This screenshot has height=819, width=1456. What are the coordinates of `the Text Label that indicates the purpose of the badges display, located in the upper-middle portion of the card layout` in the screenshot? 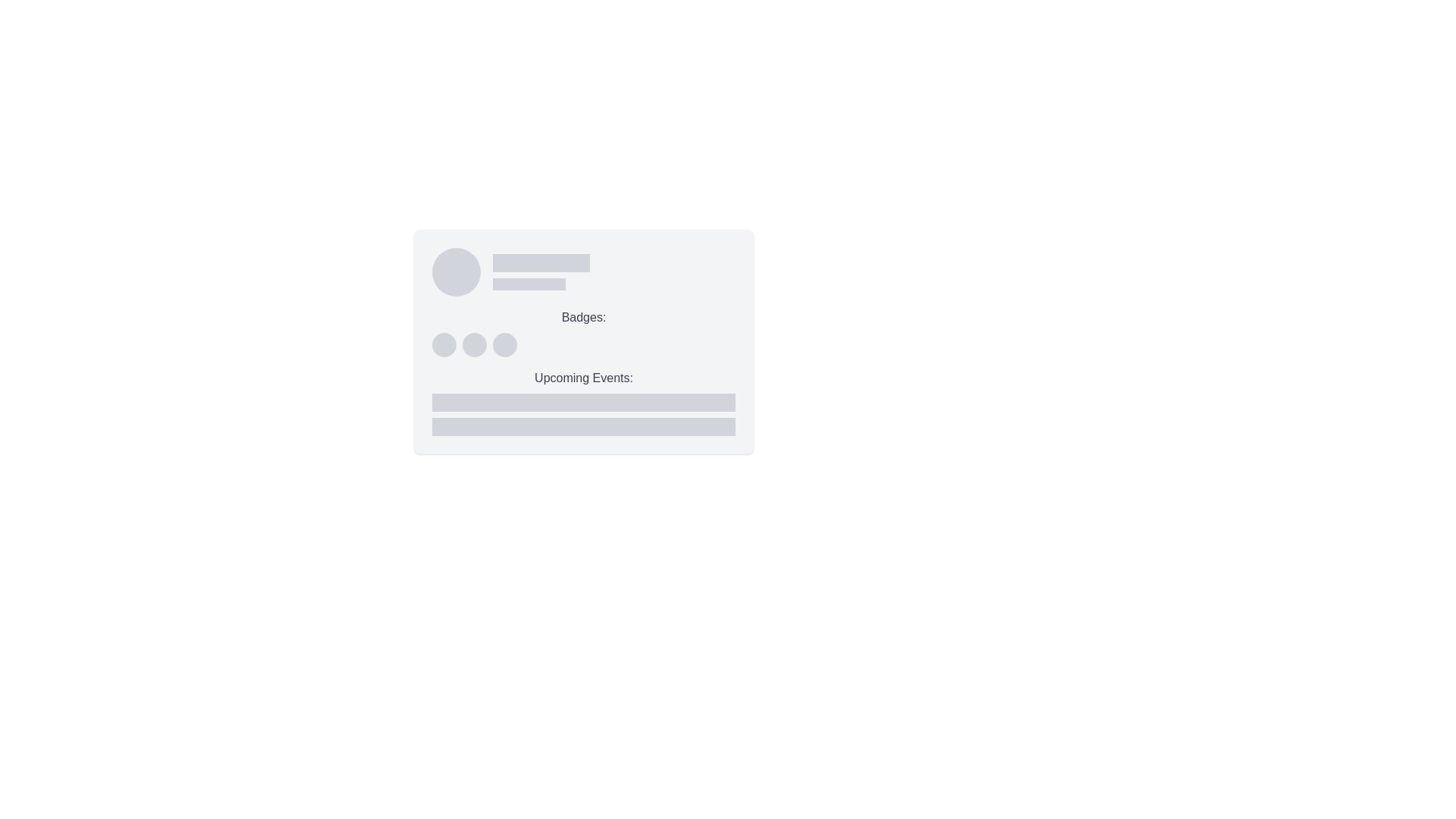 It's located at (582, 317).